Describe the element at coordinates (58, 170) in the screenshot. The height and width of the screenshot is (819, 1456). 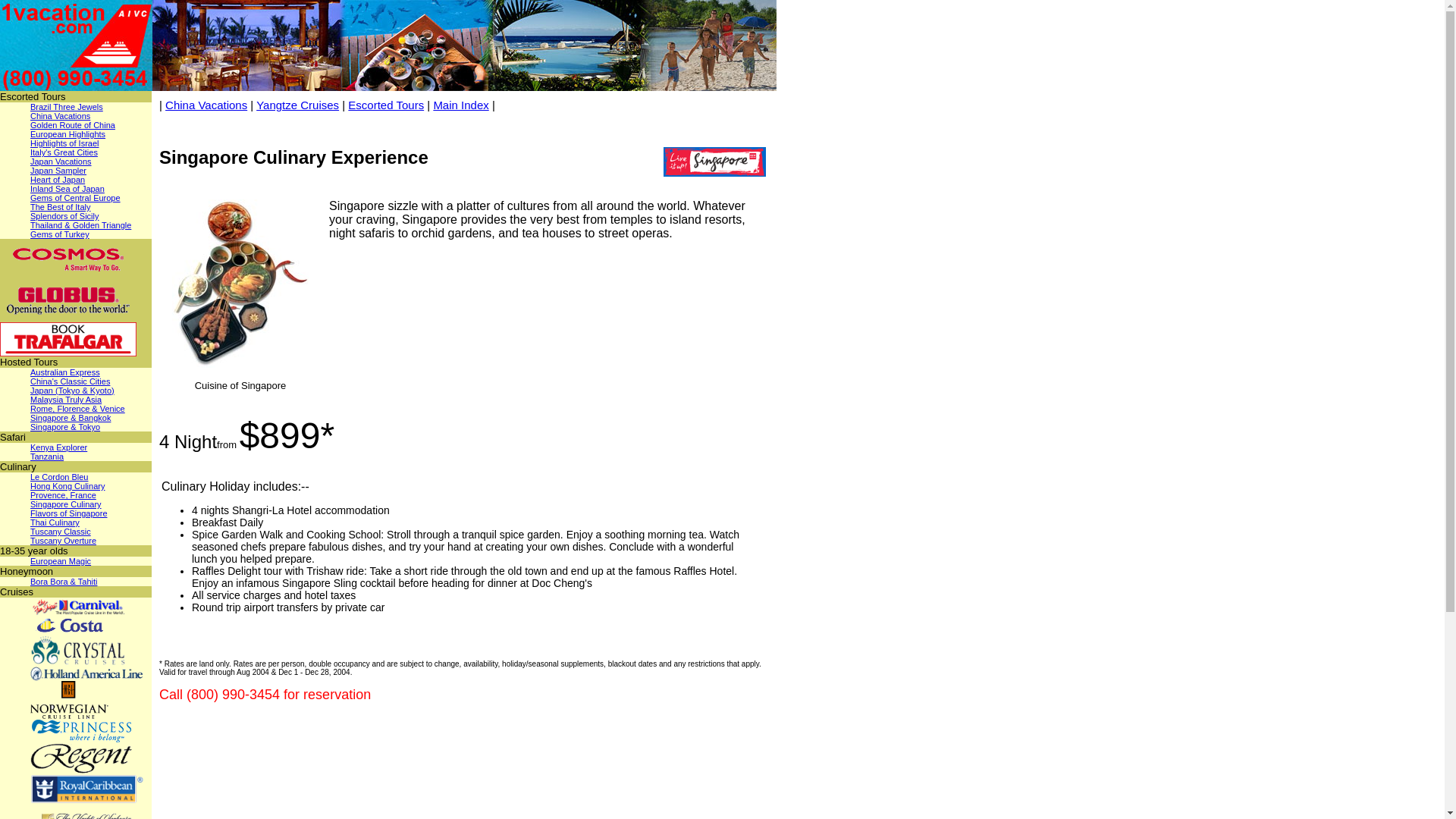
I see `'Japan Sampler'` at that location.